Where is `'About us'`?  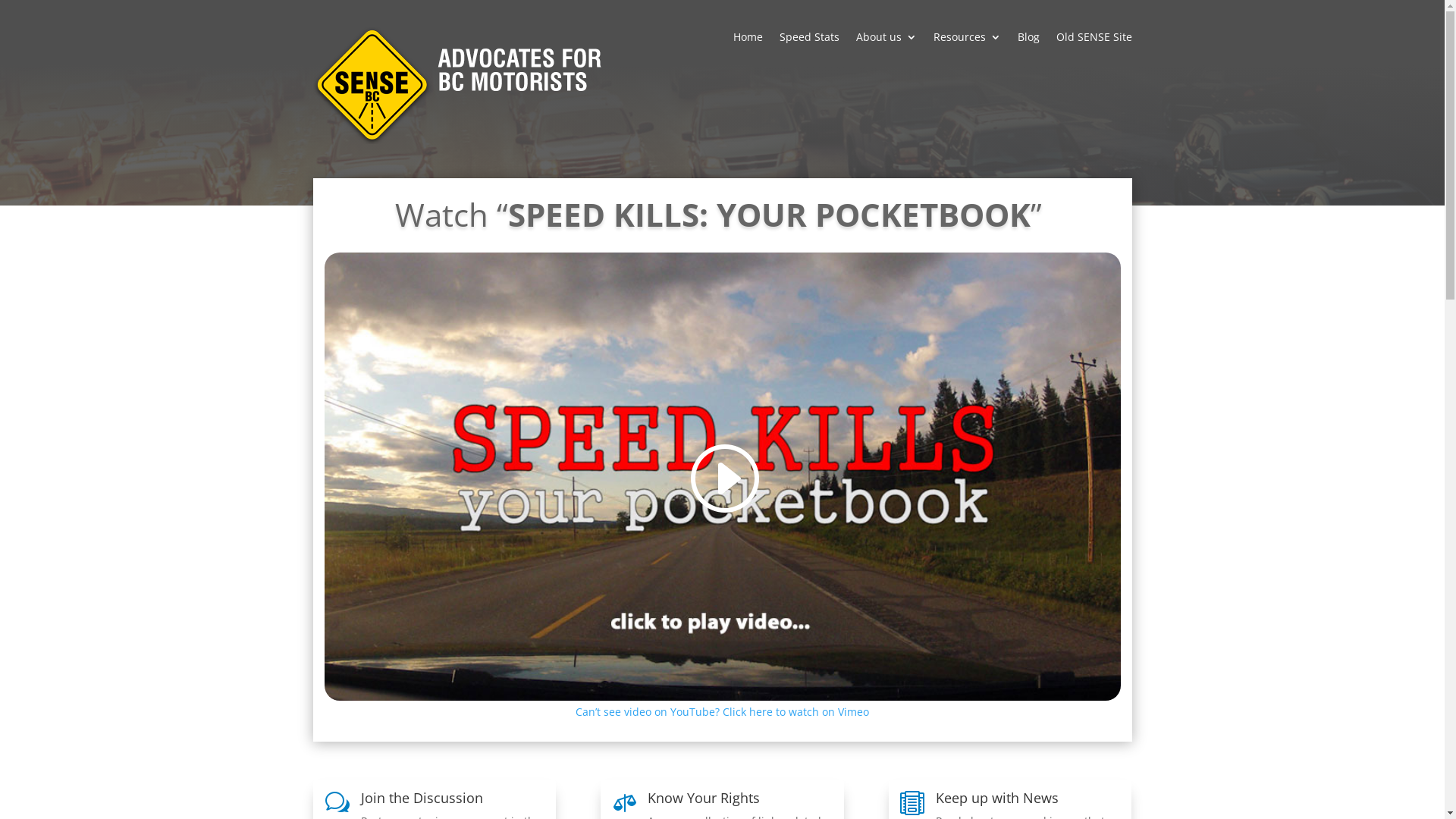 'About us' is located at coordinates (885, 47).